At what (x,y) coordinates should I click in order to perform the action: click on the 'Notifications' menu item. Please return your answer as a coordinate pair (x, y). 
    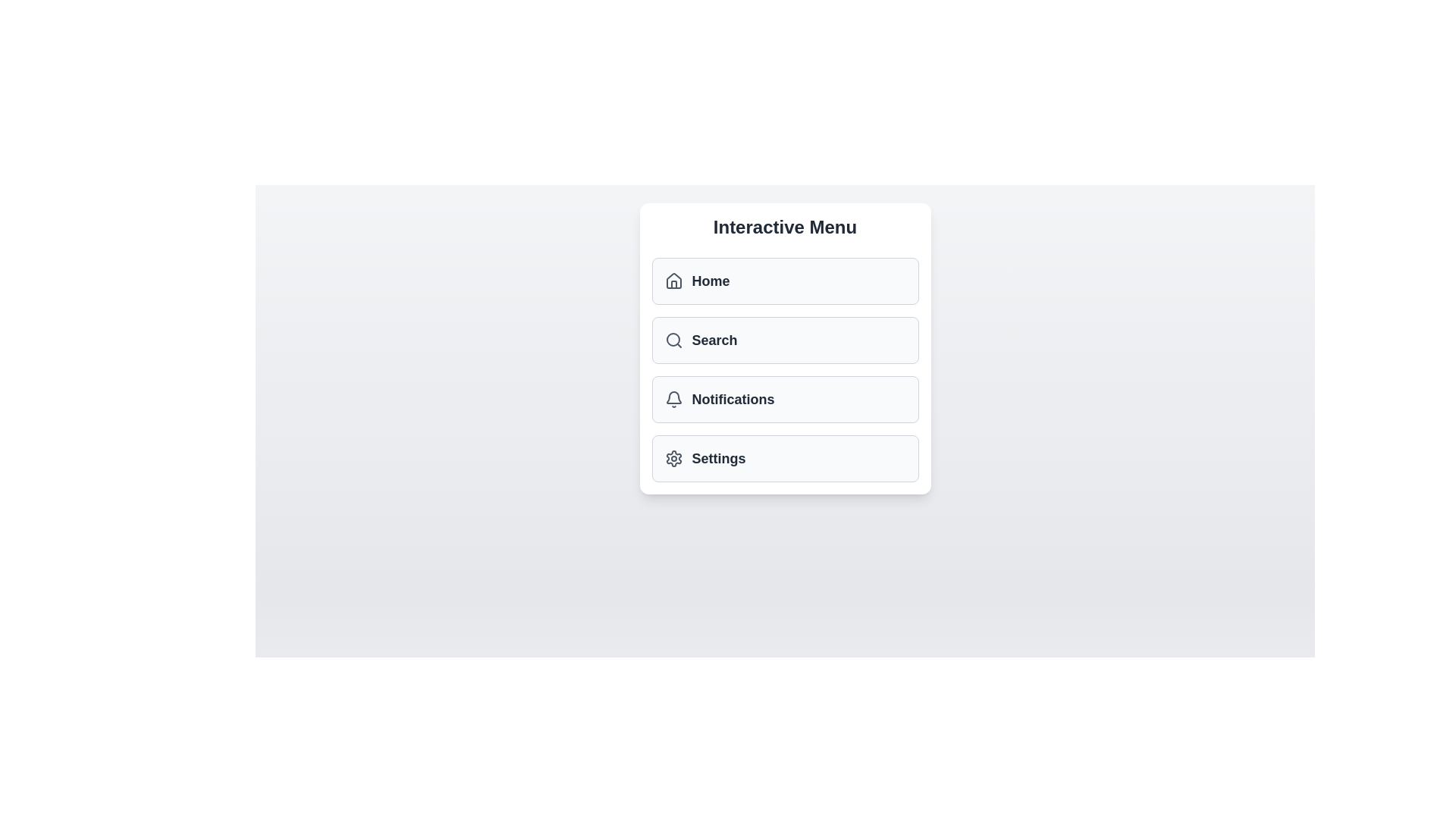
    Looking at the image, I should click on (785, 399).